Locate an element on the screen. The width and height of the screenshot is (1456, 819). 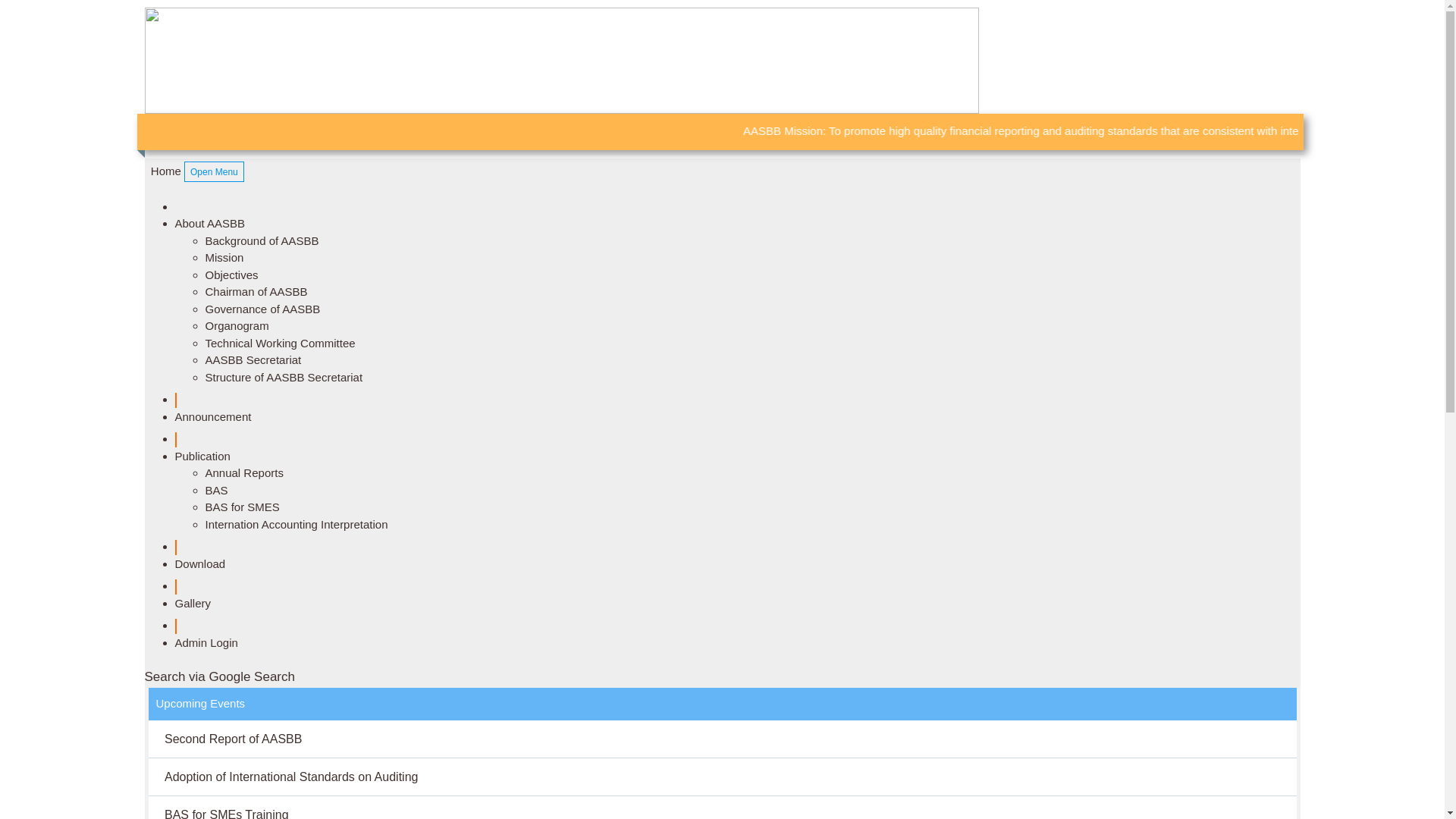
'BAS' is located at coordinates (215, 490).